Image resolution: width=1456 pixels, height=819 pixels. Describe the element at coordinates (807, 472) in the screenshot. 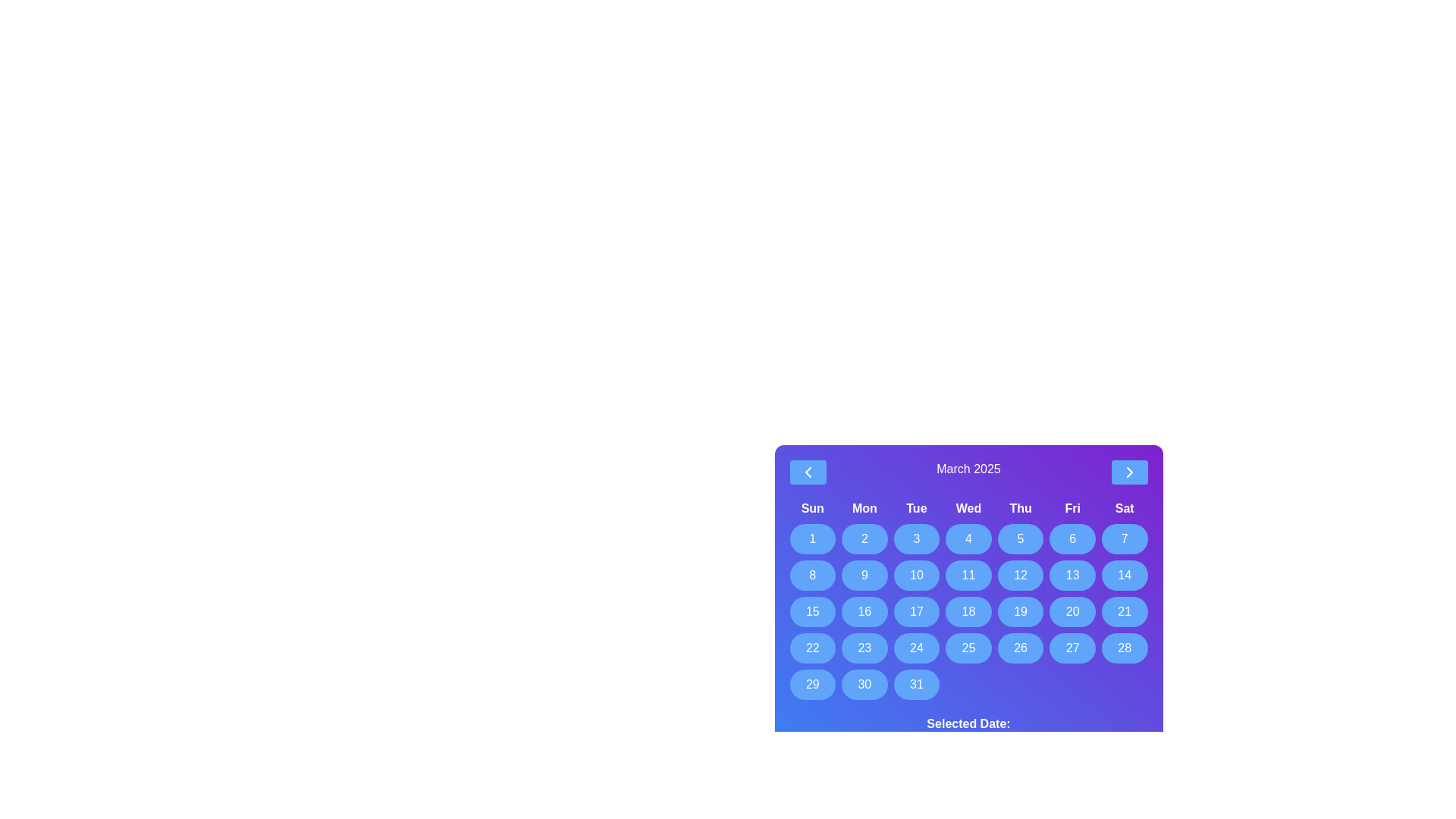

I see `the button located in the top-left corner of the calendar interface, left of the text 'March 2025'` at that location.